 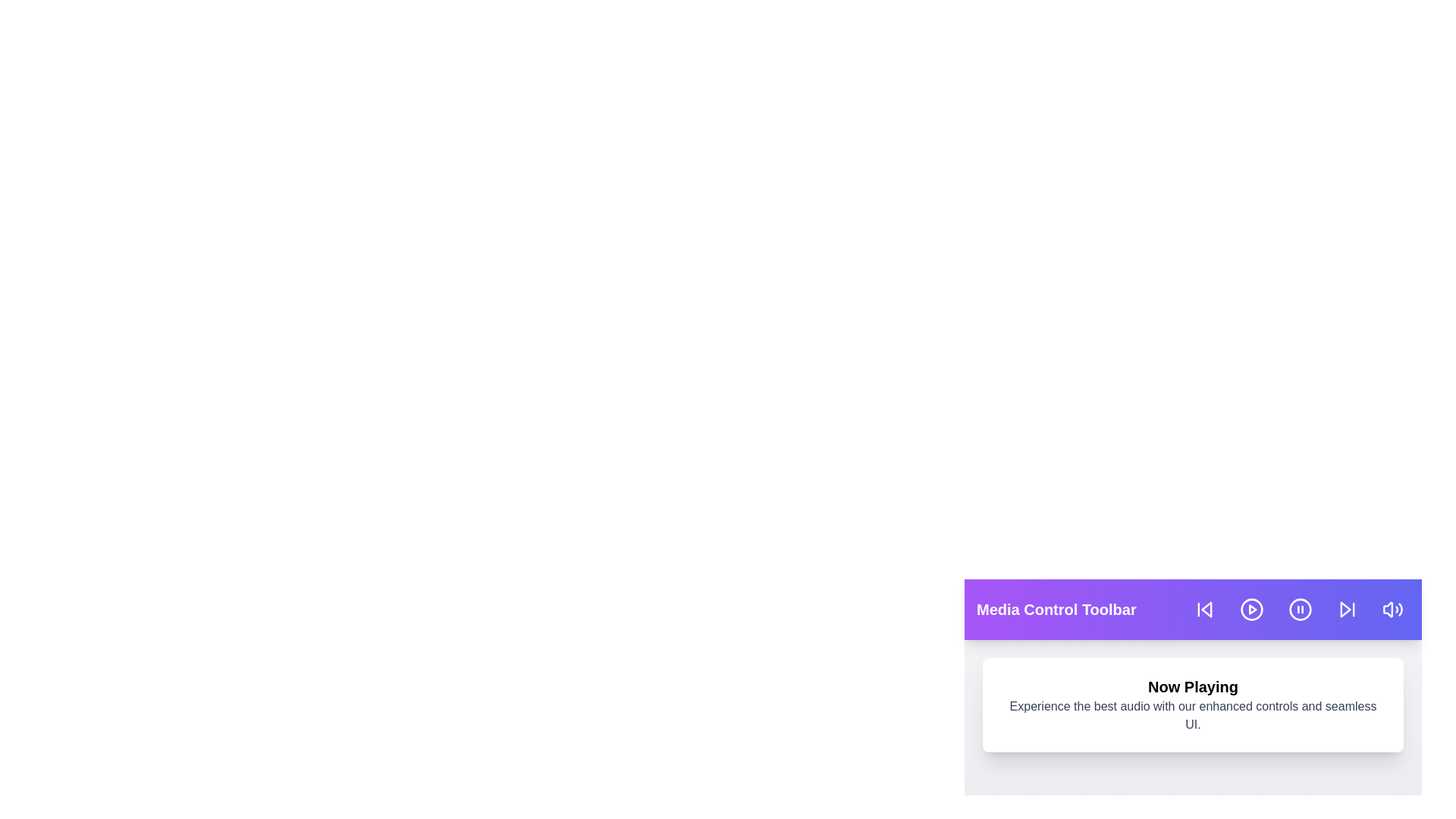 What do you see at coordinates (1393, 608) in the screenshot?
I see `the volume button in the media control toolbar` at bounding box center [1393, 608].